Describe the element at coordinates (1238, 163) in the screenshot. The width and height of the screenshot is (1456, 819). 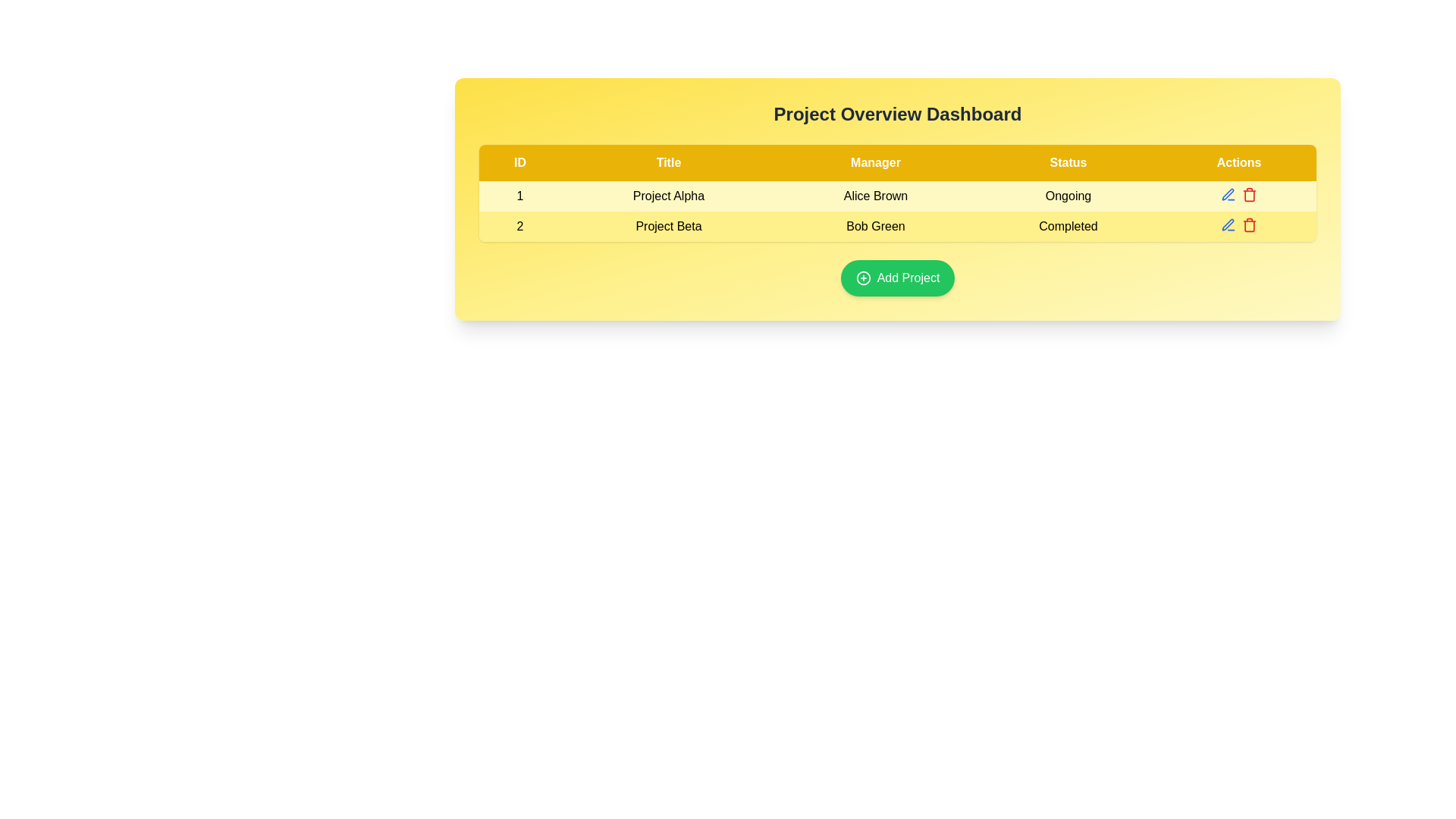
I see `the table column header labeled 'Actions', which is the fifth column header styled in bold with a yellow background` at that location.